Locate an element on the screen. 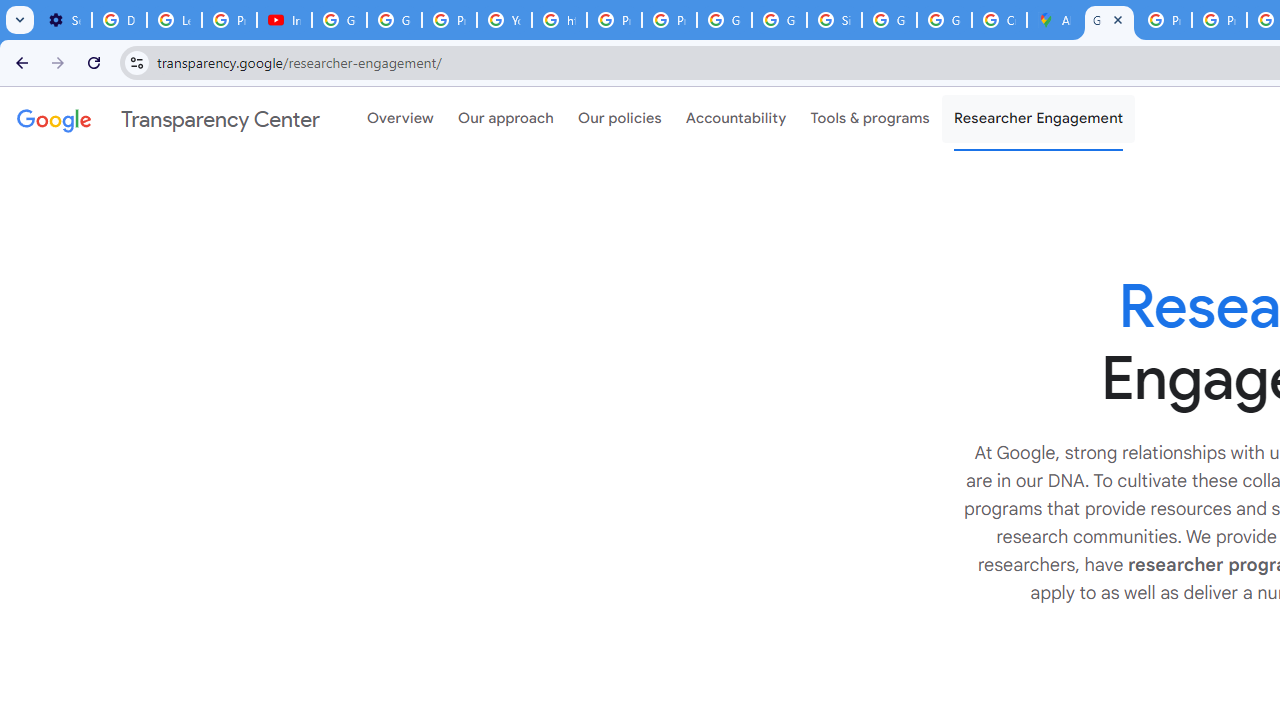 The image size is (1280, 720). 'Researcher Engagement' is located at coordinates (1038, 119).